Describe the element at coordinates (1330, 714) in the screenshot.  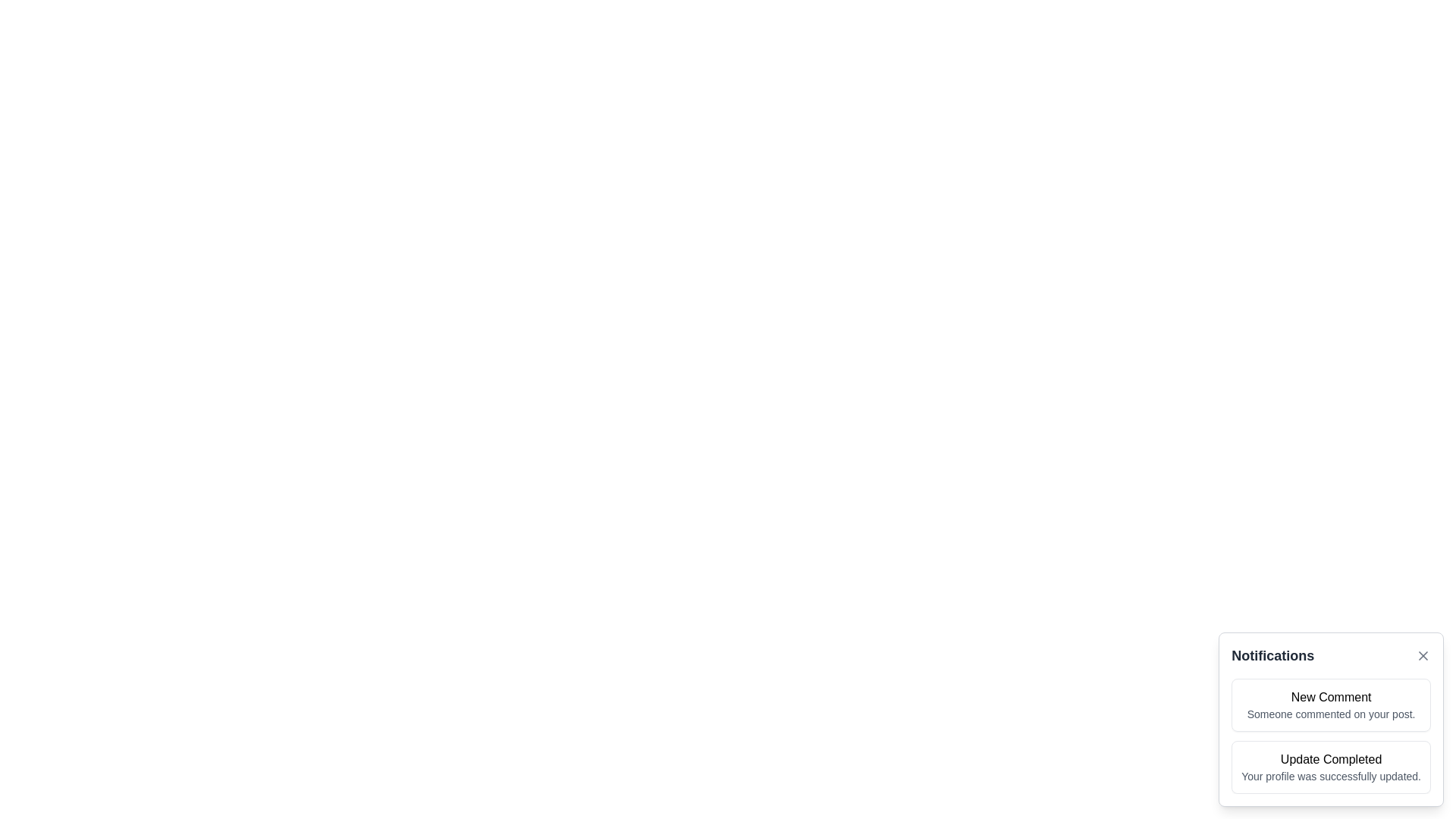
I see `notification description from the text label that reads 'Someone commented on your post.' located below 'New Comment' in the notification card` at that location.